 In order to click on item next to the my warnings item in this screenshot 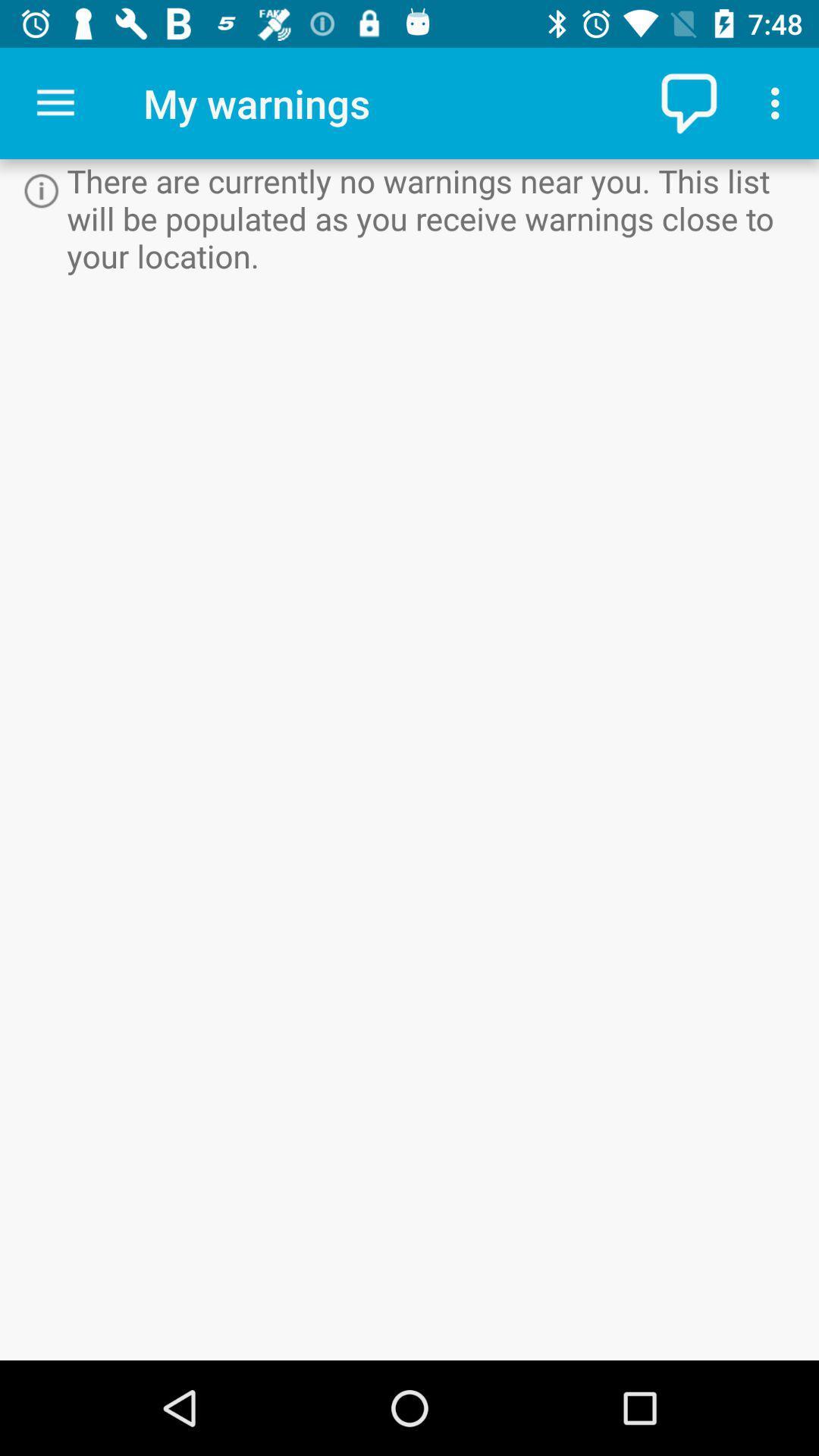, I will do `click(691, 102)`.